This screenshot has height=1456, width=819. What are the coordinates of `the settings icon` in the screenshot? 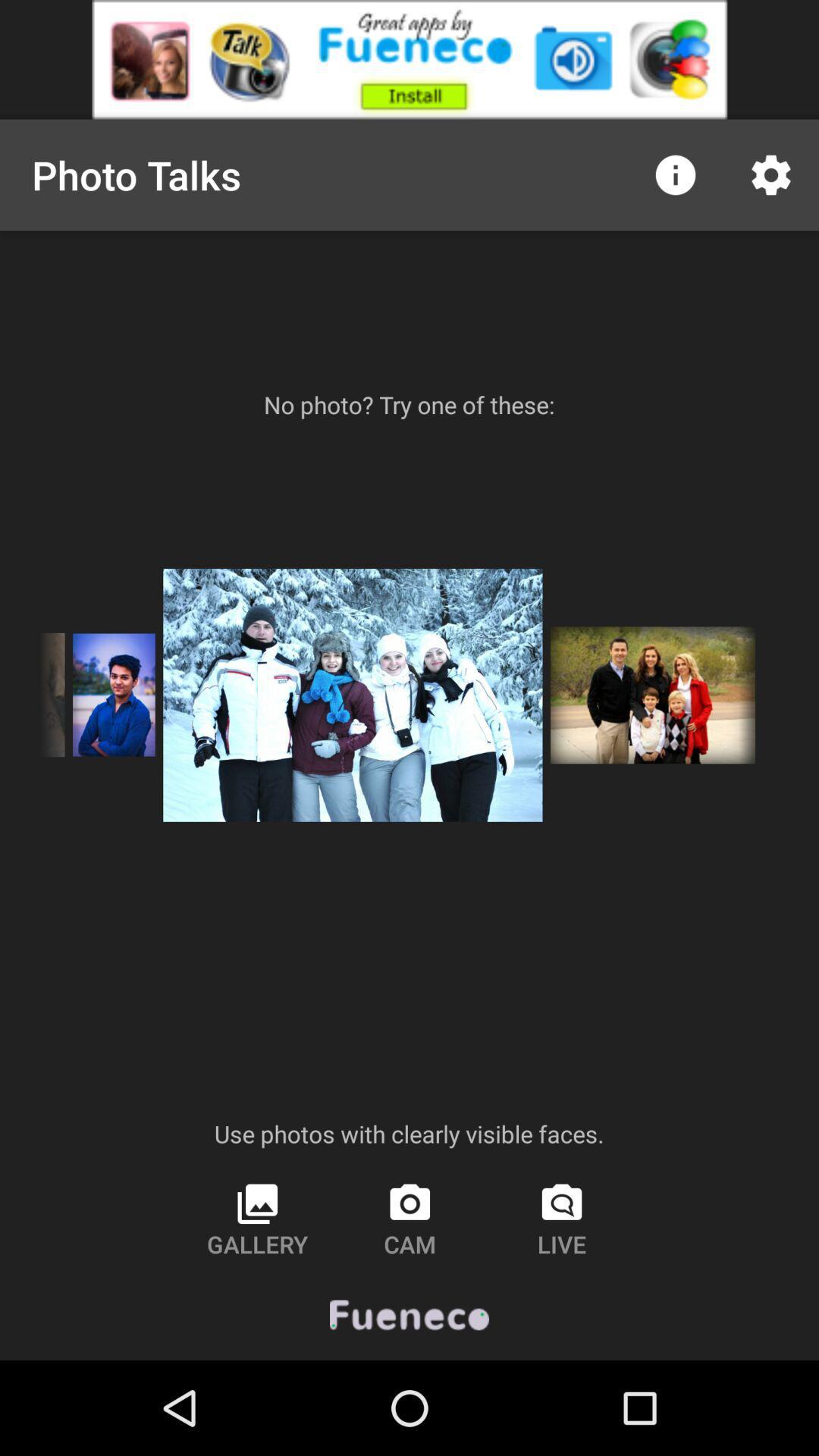 It's located at (771, 174).